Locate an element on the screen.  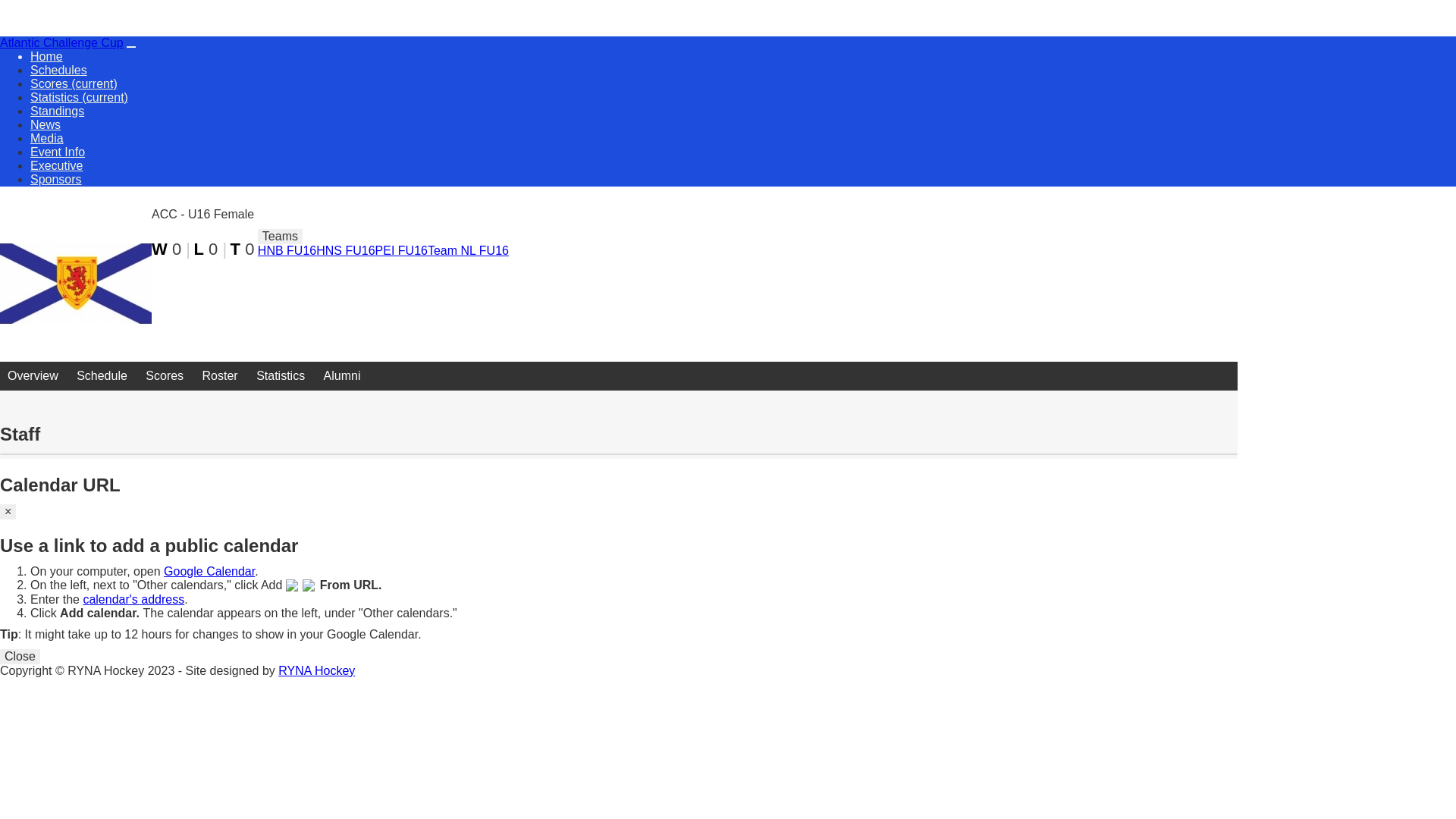
'calendar's address' is located at coordinates (82, 598).